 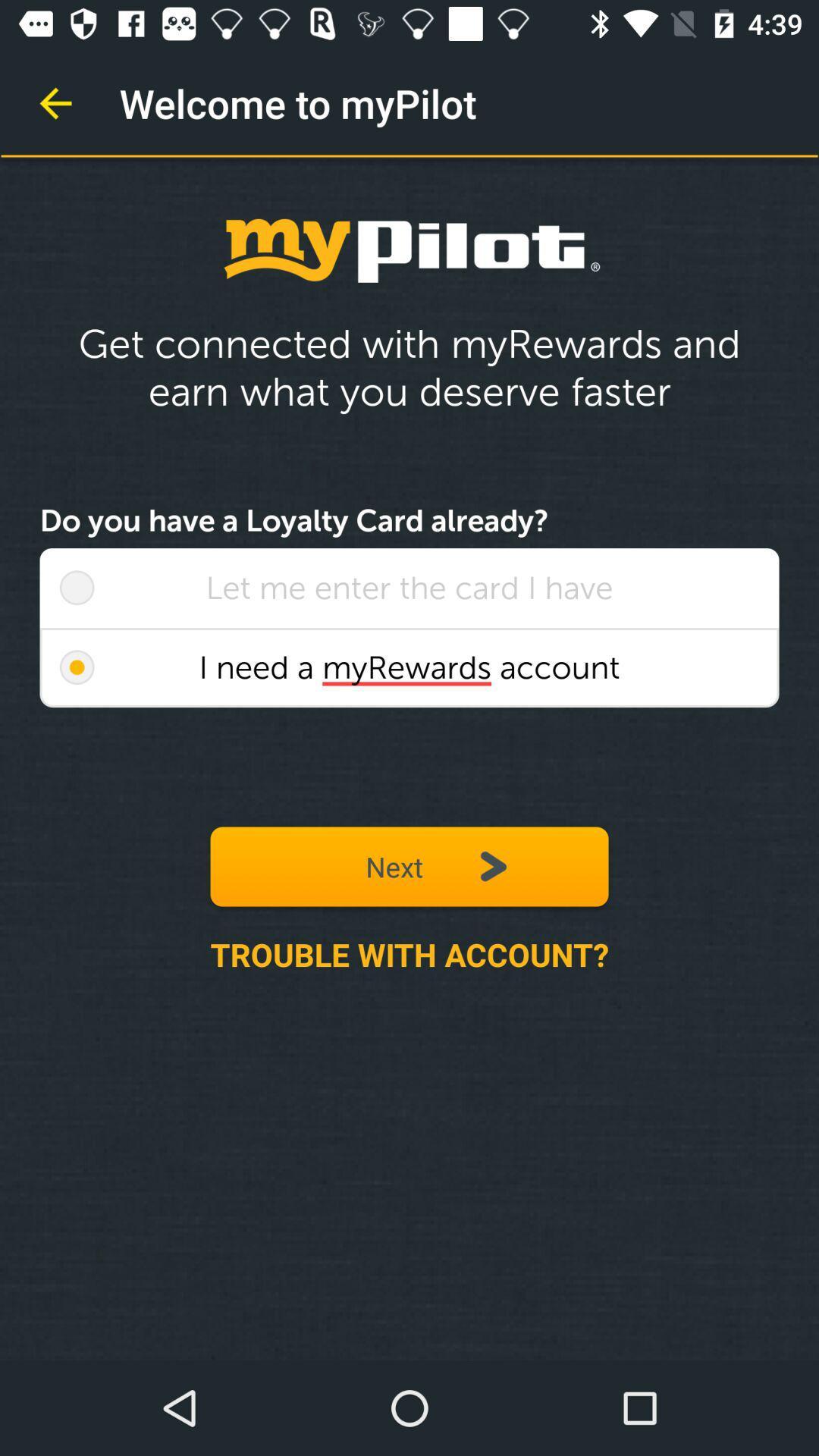 I want to click on the icon below next, so click(x=409, y=953).